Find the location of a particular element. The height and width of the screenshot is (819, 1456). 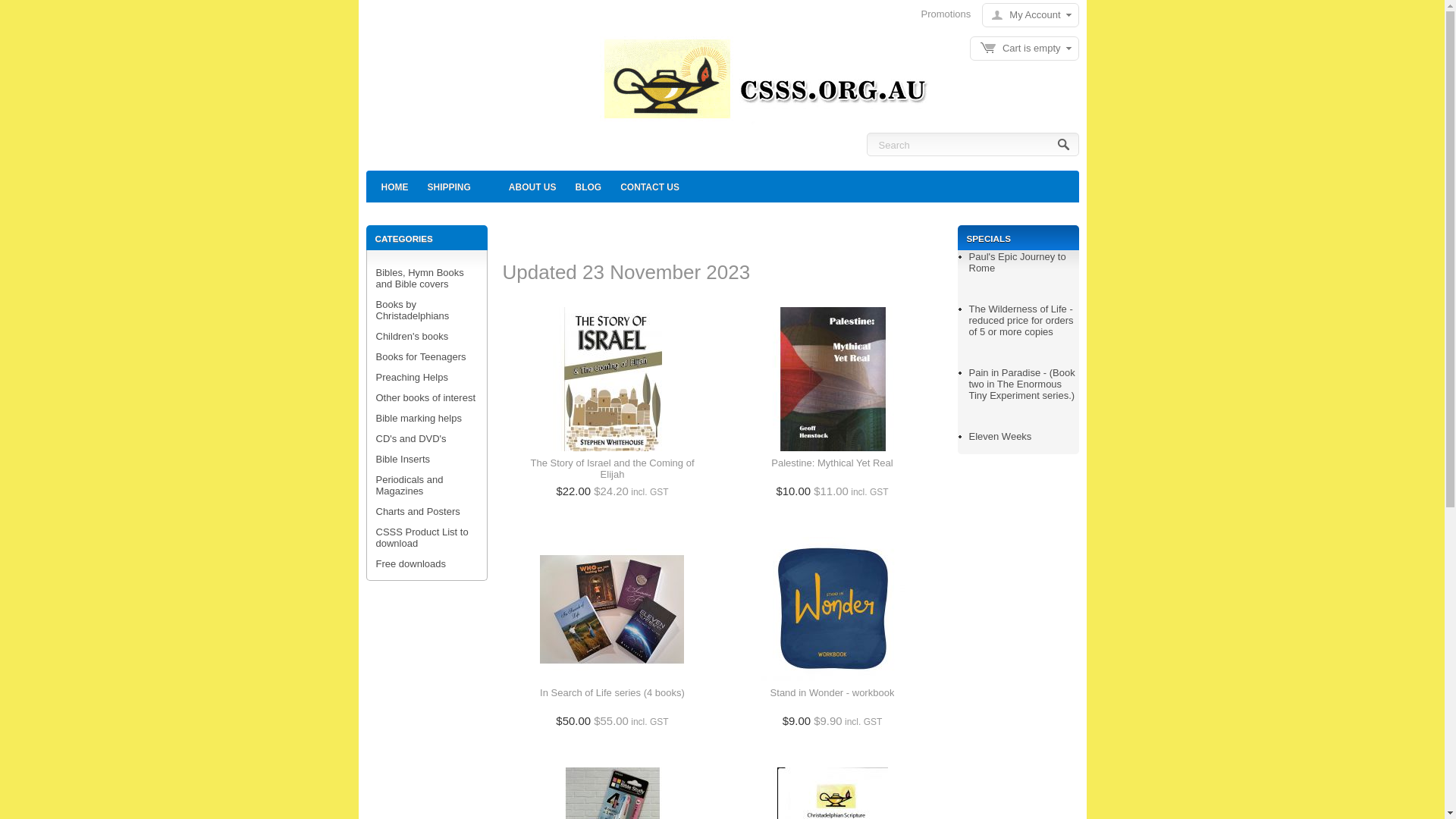

'SHIPPING' is located at coordinates (448, 186).